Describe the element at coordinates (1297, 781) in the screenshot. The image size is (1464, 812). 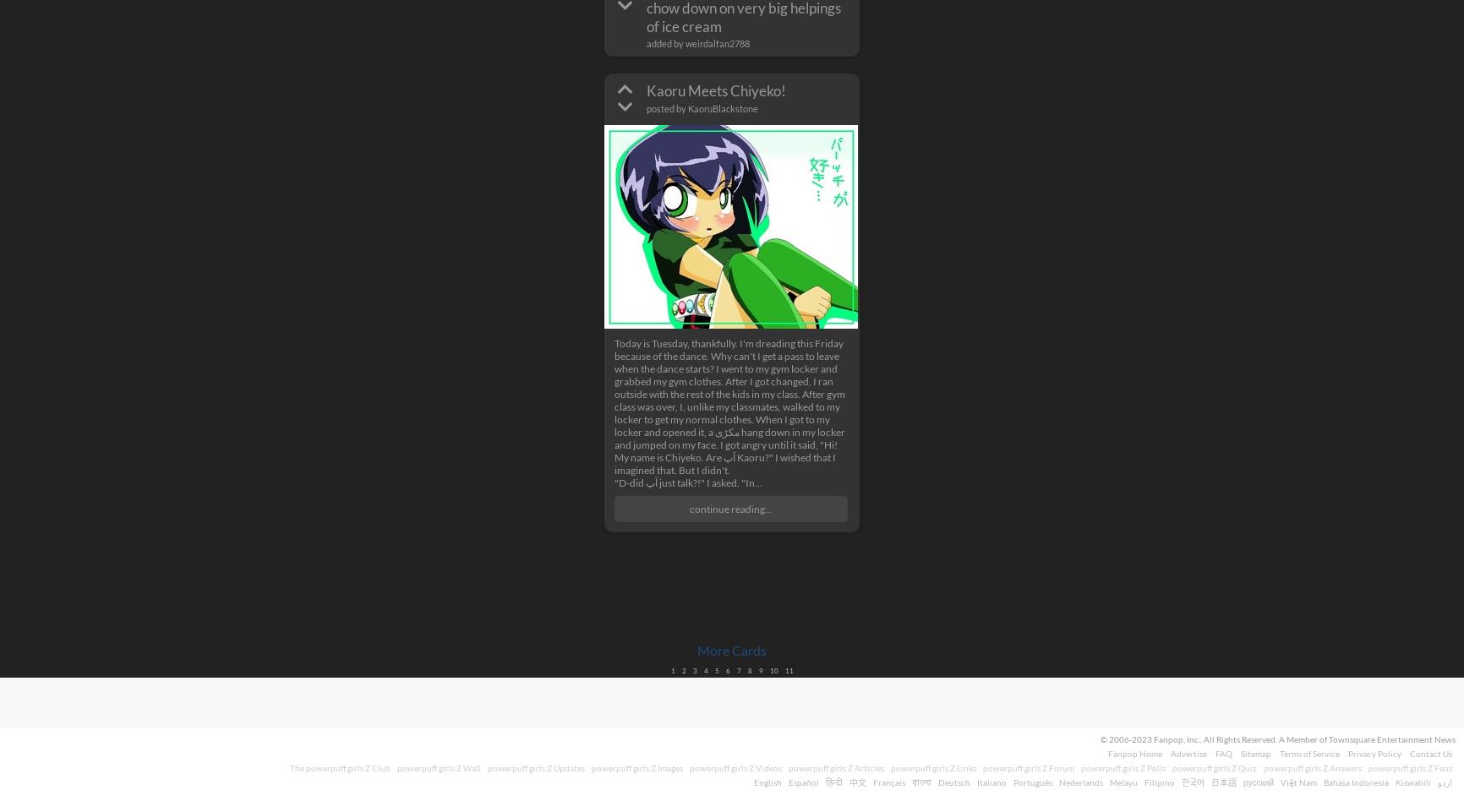
I see `'Việt Nam'` at that location.